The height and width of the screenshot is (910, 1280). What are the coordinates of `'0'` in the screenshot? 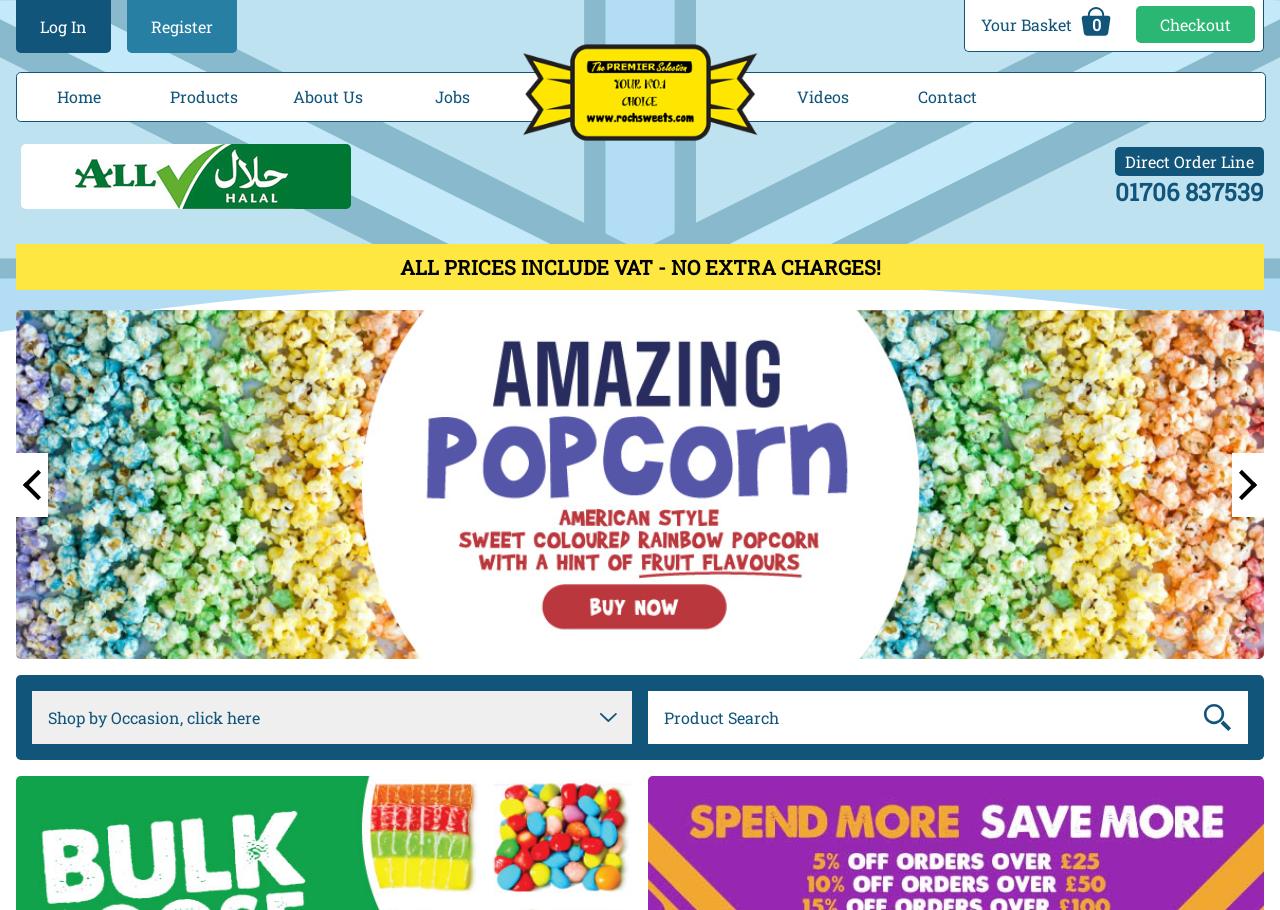 It's located at (1094, 23).